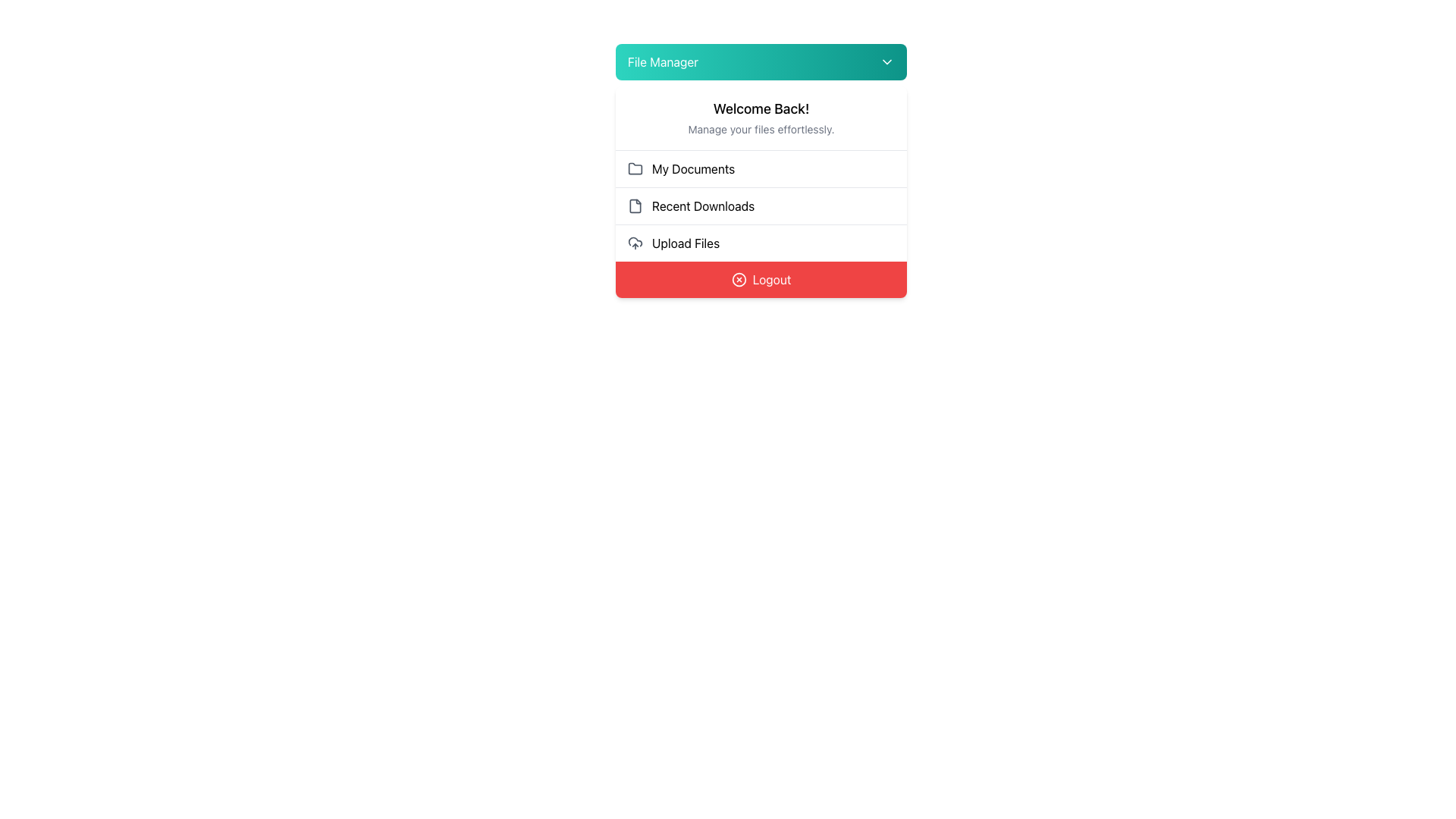 Image resolution: width=1456 pixels, height=819 pixels. What do you see at coordinates (761, 108) in the screenshot?
I see `the welcoming title Text Display element, which serves as a header for the surrounding content and is located above the 'Manage your files effortlessly.' text` at bounding box center [761, 108].